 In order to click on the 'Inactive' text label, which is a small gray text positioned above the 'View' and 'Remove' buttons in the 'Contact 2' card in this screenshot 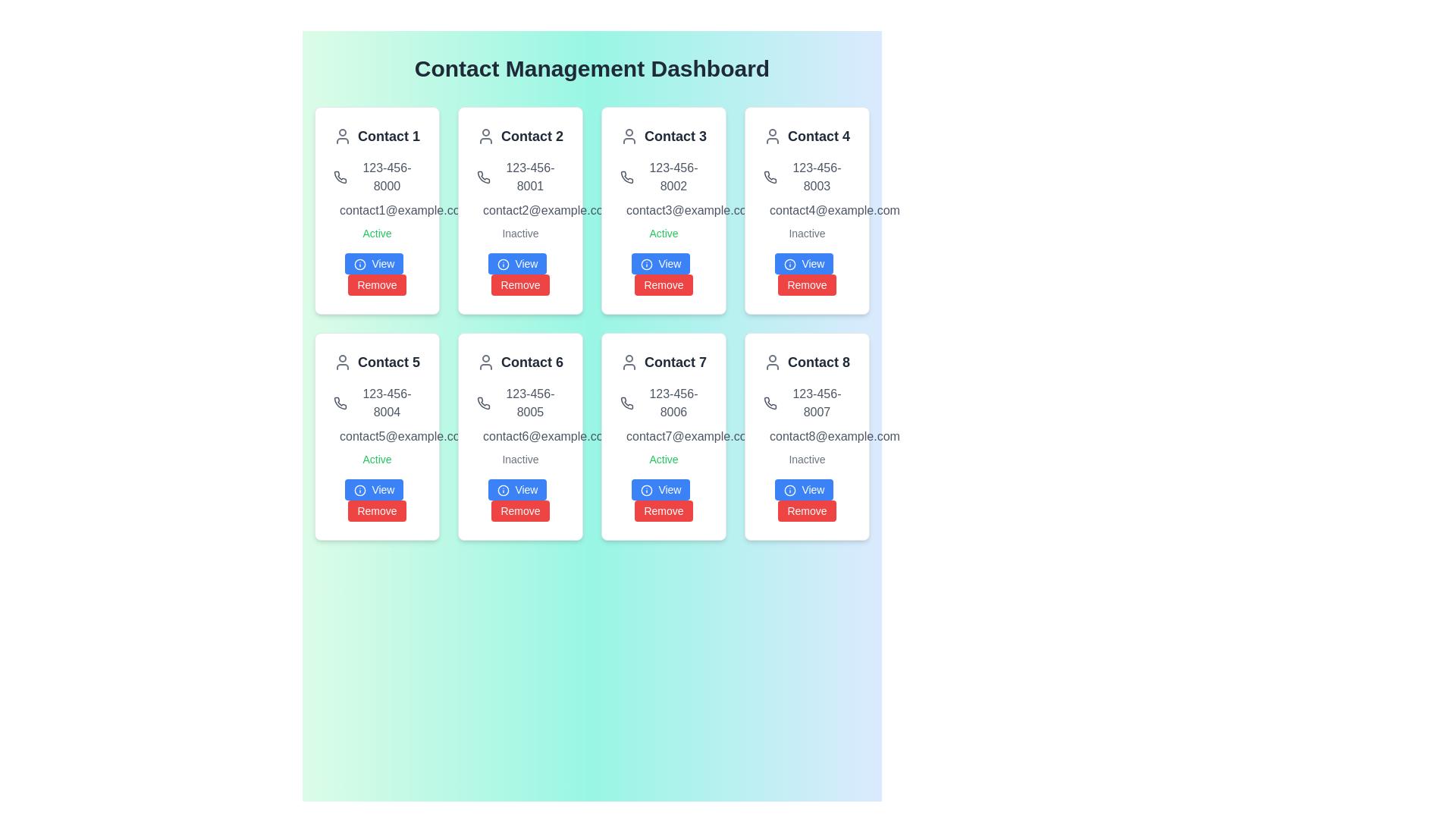, I will do `click(520, 234)`.